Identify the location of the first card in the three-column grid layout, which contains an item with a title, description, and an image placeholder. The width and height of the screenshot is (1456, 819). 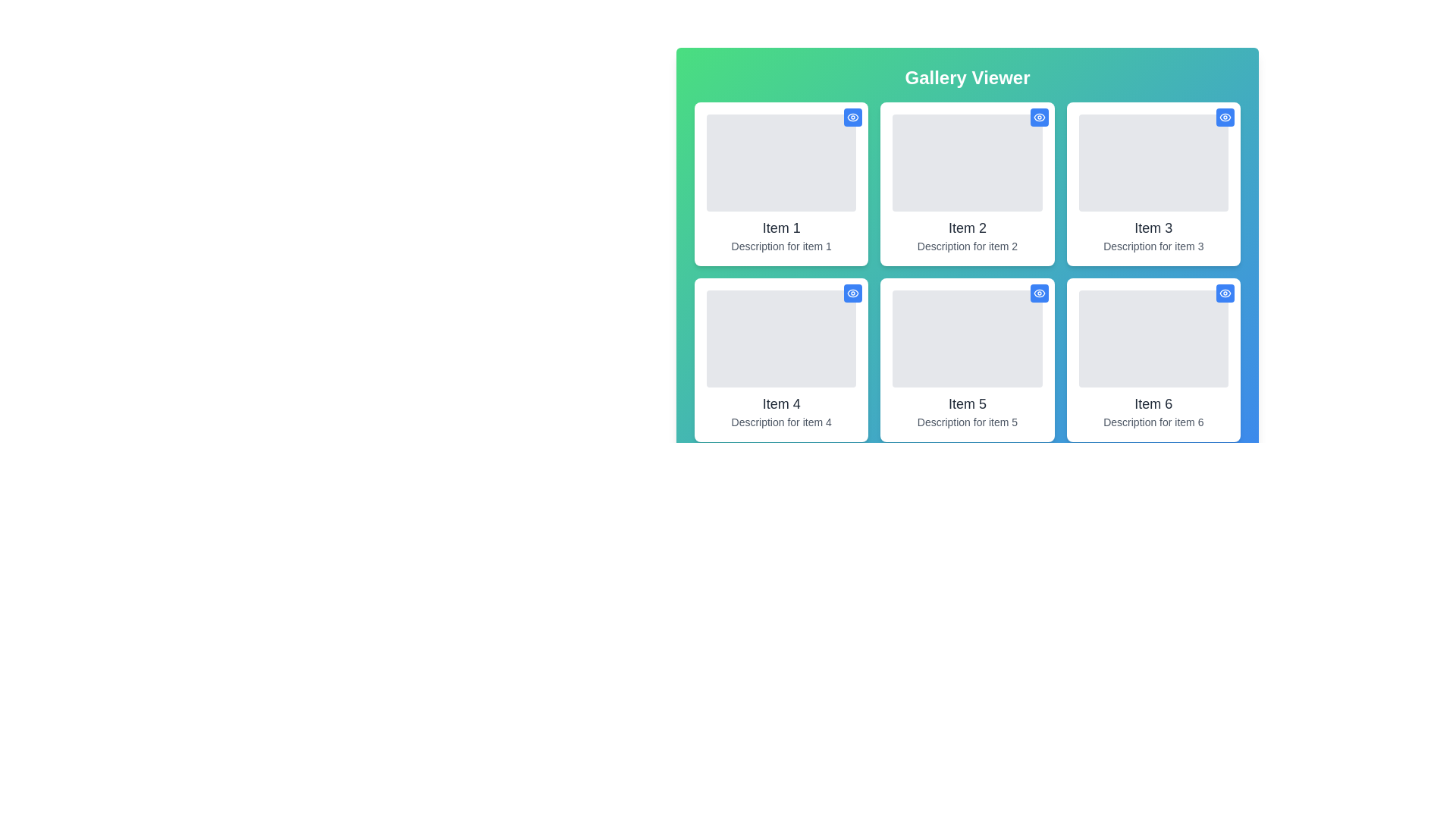
(781, 184).